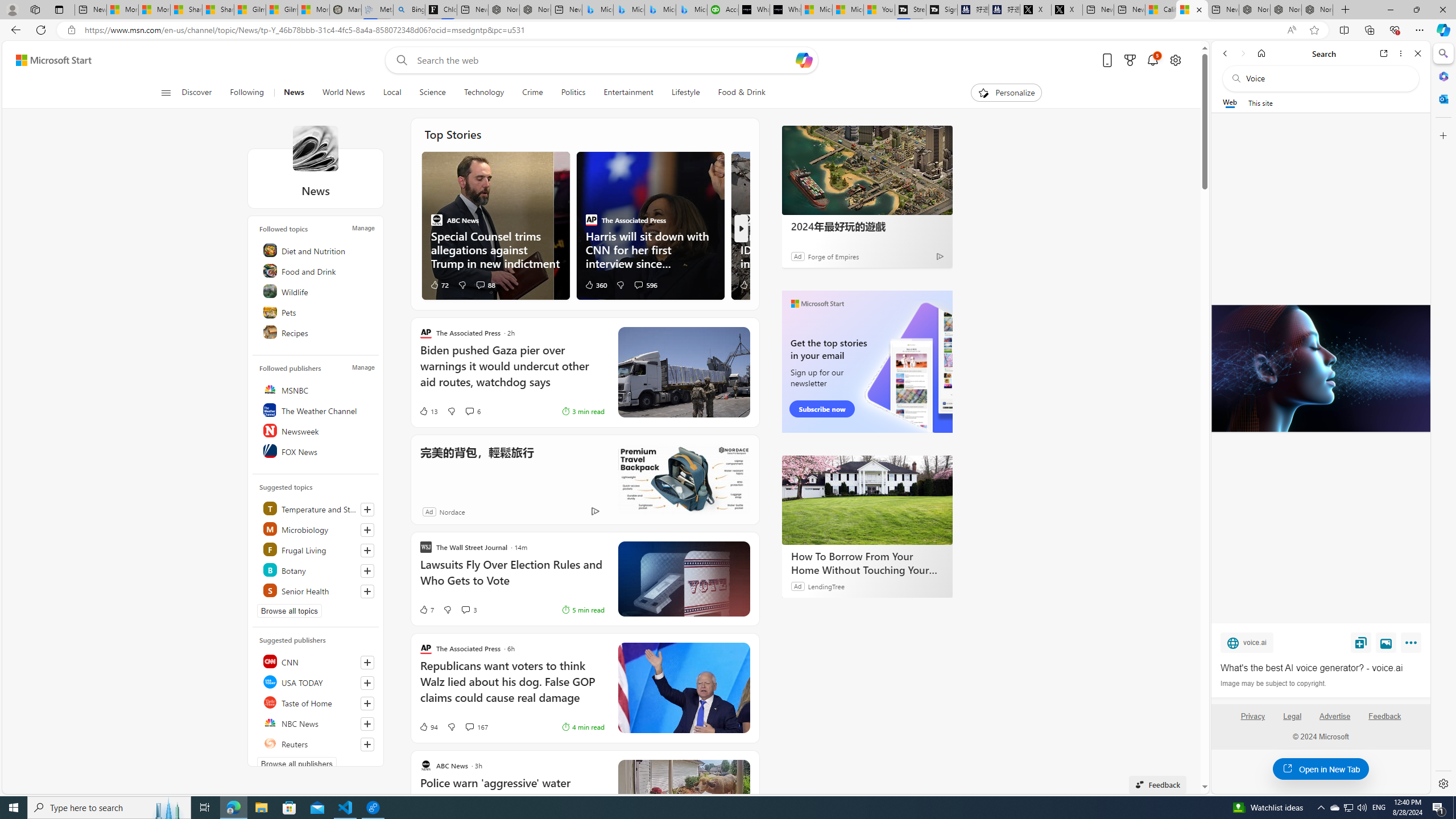 Image resolution: width=1456 pixels, height=819 pixels. Describe the element at coordinates (317, 661) in the screenshot. I see `'CNN'` at that location.